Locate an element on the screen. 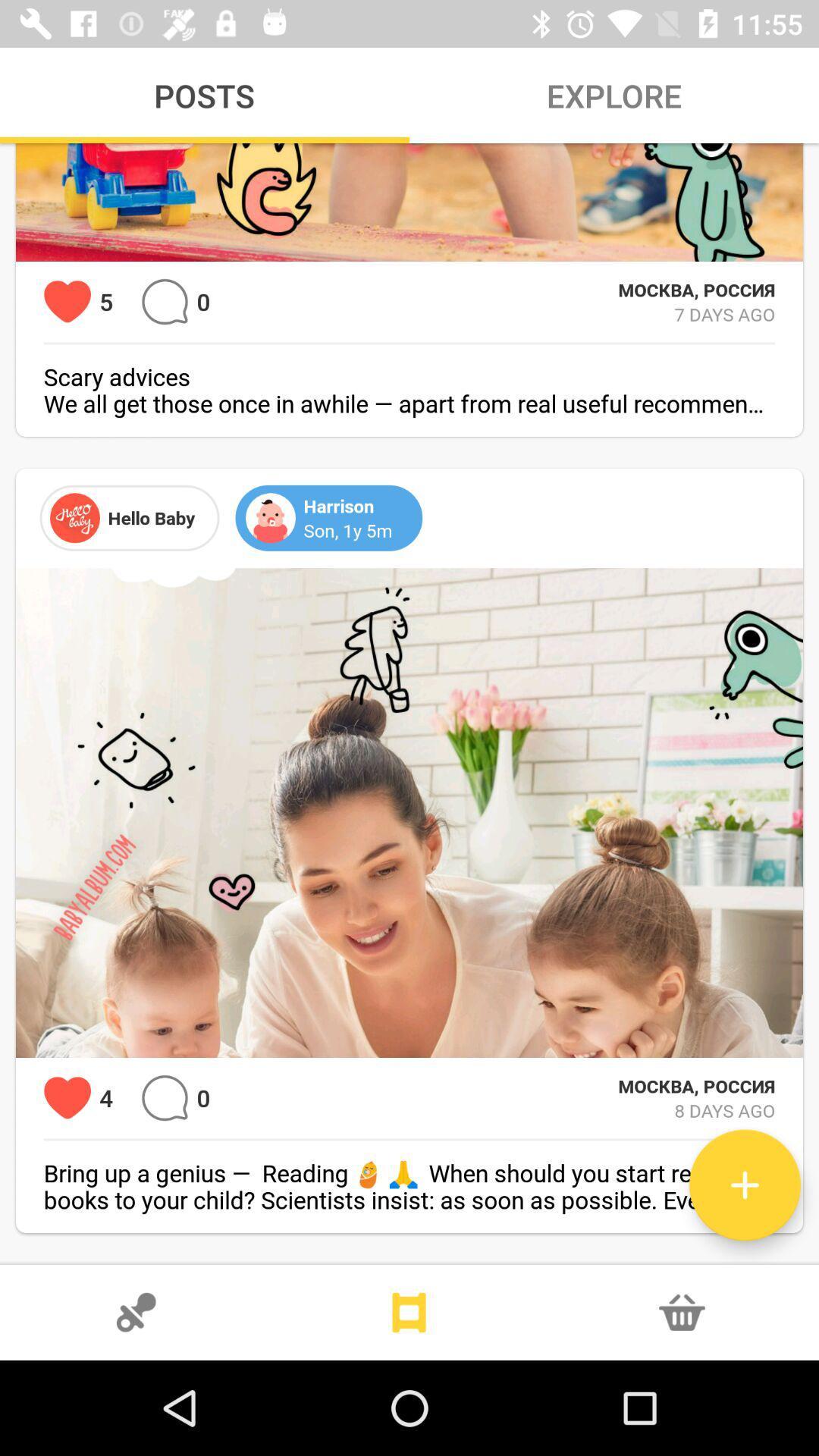 The image size is (819, 1456). story is located at coordinates (409, 1312).